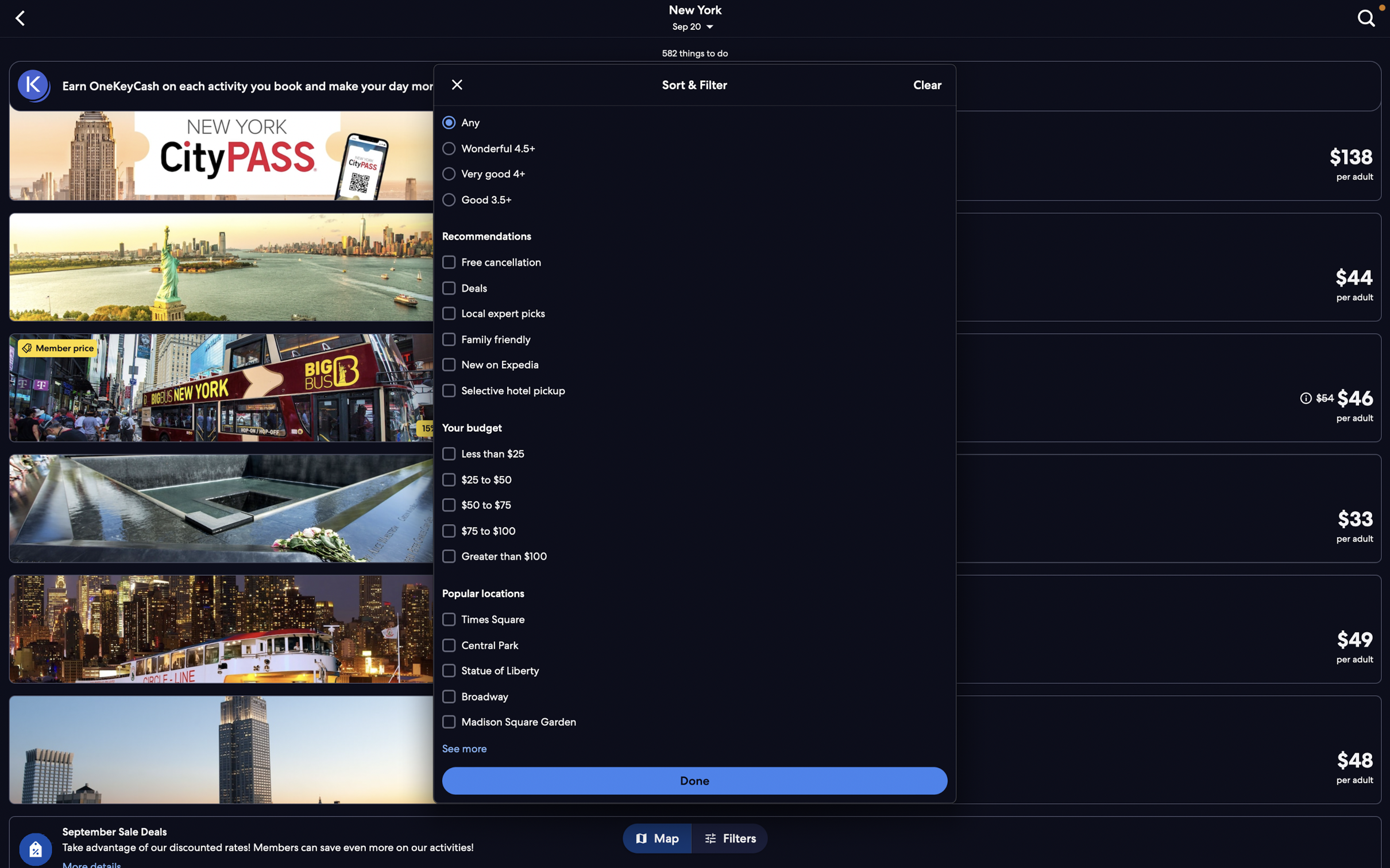  Describe the element at coordinates (696, 720) in the screenshot. I see `Pinpoint places adjacent to "Broadway" and "Times Square"` at that location.